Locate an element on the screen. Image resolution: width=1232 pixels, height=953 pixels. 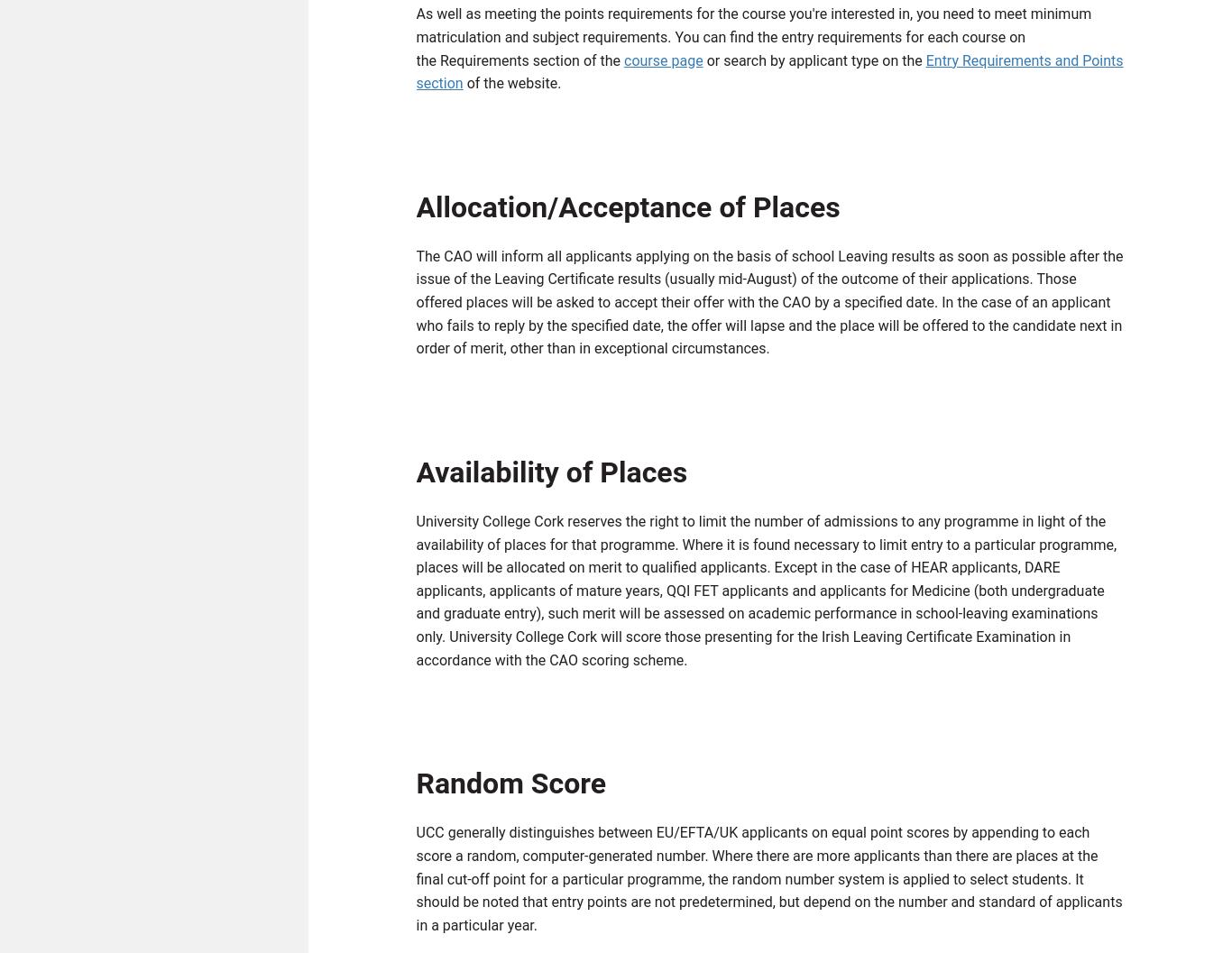
'The CAO will inform all applicants applying on the basis of school Leaving results as soon as possible after the issue of the Leaving Certificate results (usually mid-August) of the outcome of their applications. Those offered places will be asked to accept their offer with the CAO by a specified date. In the case of an applicant who fails to reply by the specified date, the offer will lapse and the place will be offered to the candidate next in order of merit, other than in exceptional circumstances.' is located at coordinates (768, 307).